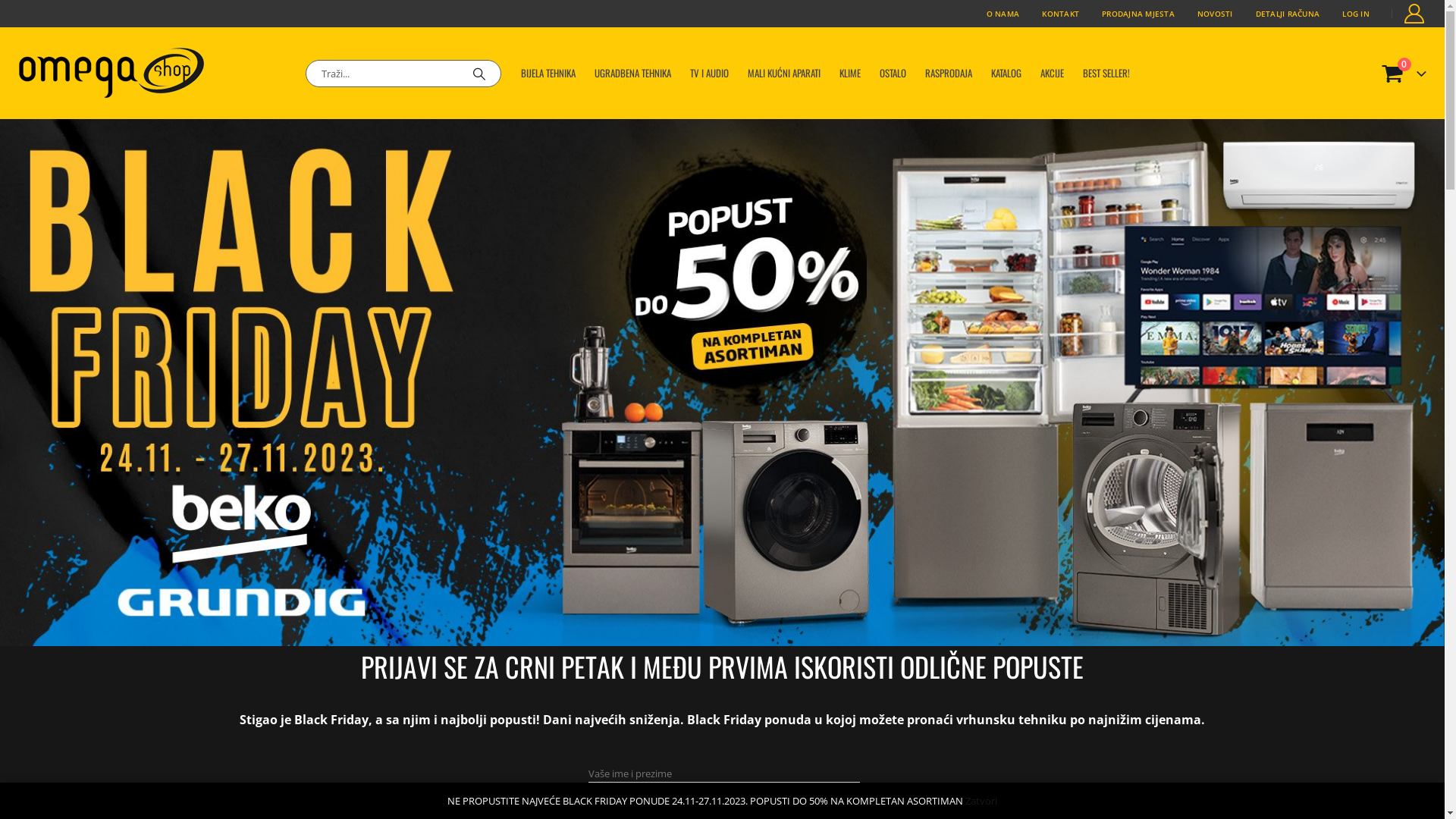 Image resolution: width=1456 pixels, height=819 pixels. What do you see at coordinates (1003, 14) in the screenshot?
I see `'O NAMA'` at bounding box center [1003, 14].